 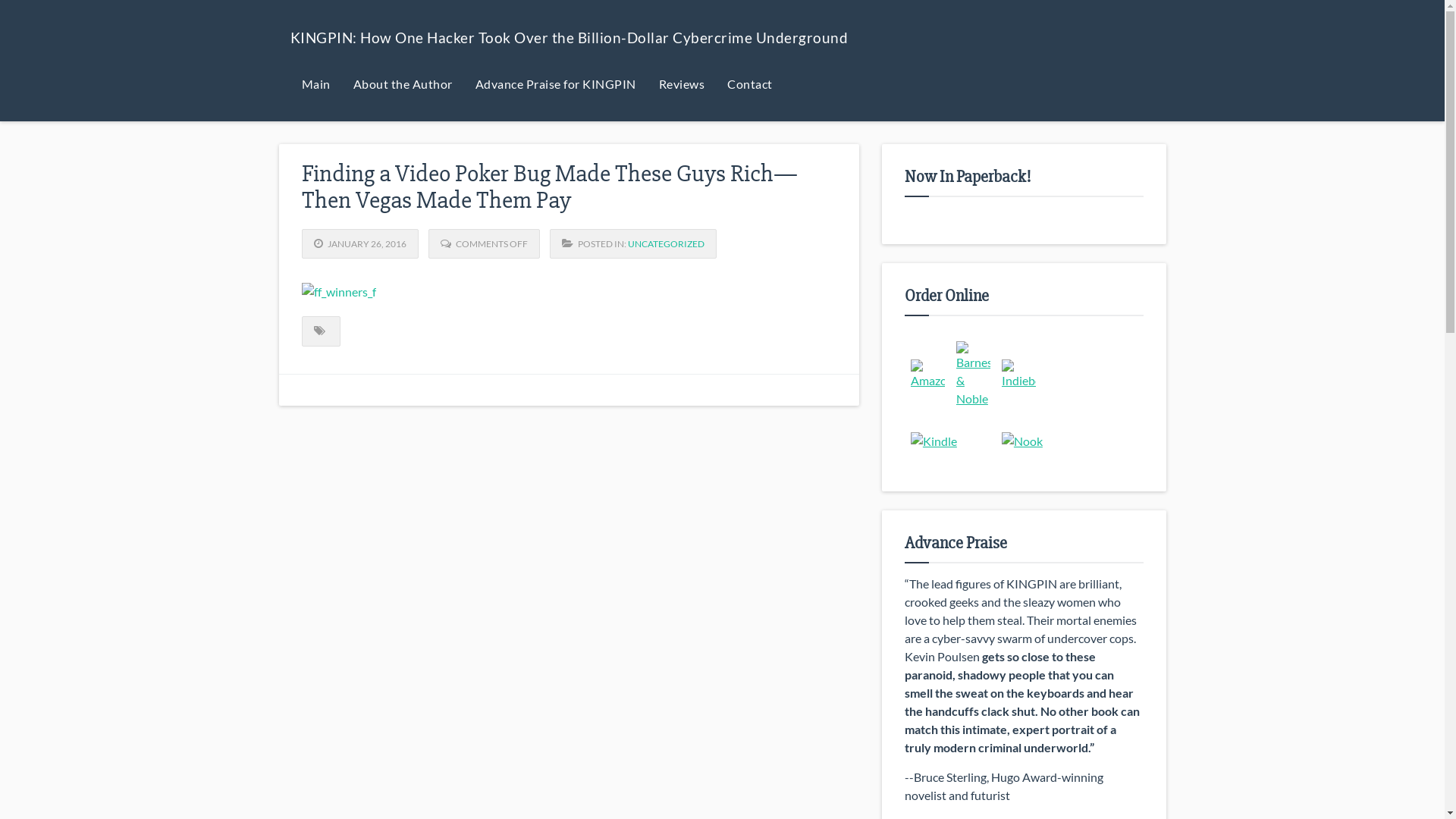 I want to click on 'Nook', so click(x=1022, y=441).